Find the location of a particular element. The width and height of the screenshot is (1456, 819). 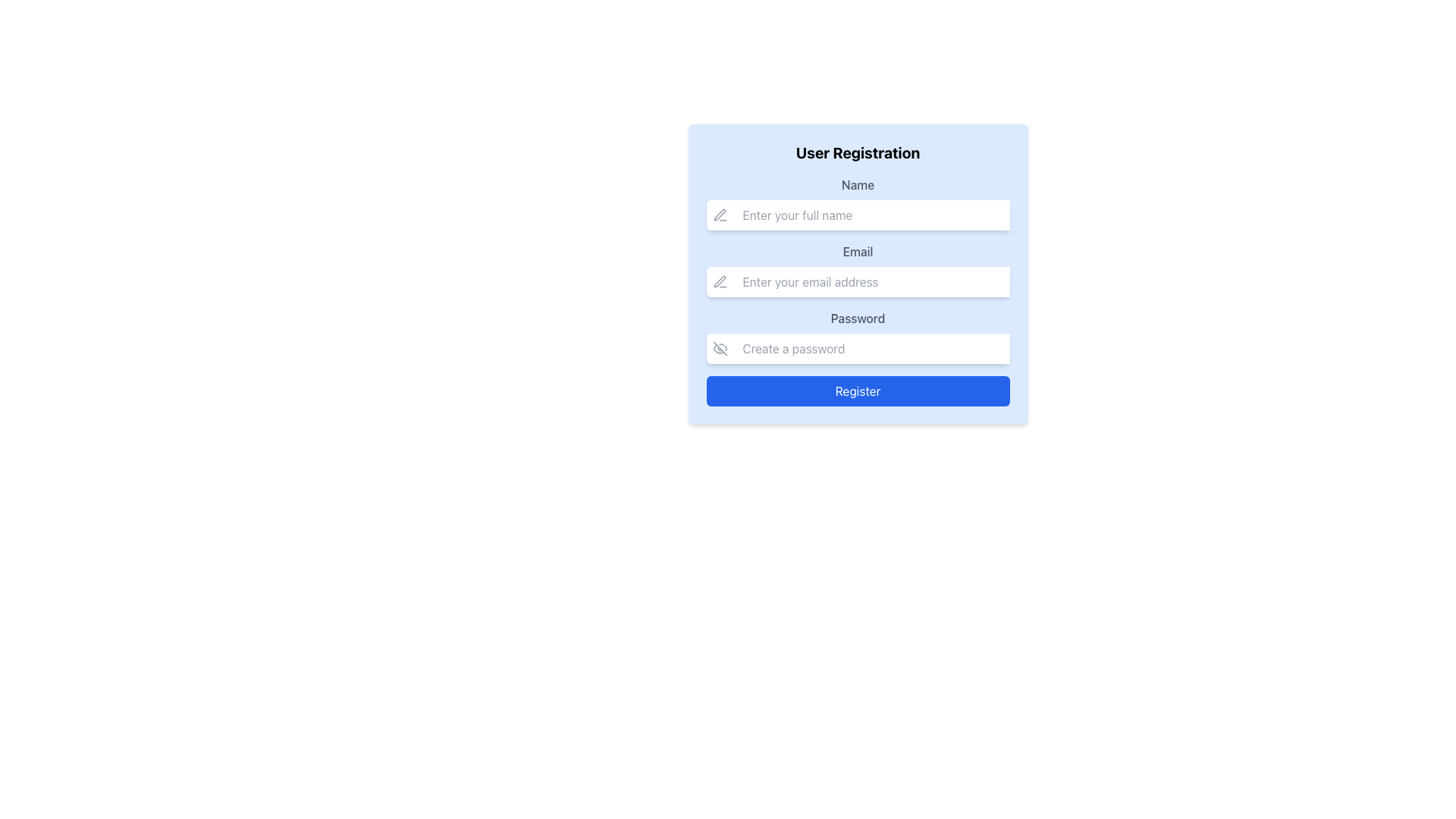

the pen icon located to the left of the 'Name' input field in the user registration card interface, indicating that the associated text field is editable is located at coordinates (719, 215).